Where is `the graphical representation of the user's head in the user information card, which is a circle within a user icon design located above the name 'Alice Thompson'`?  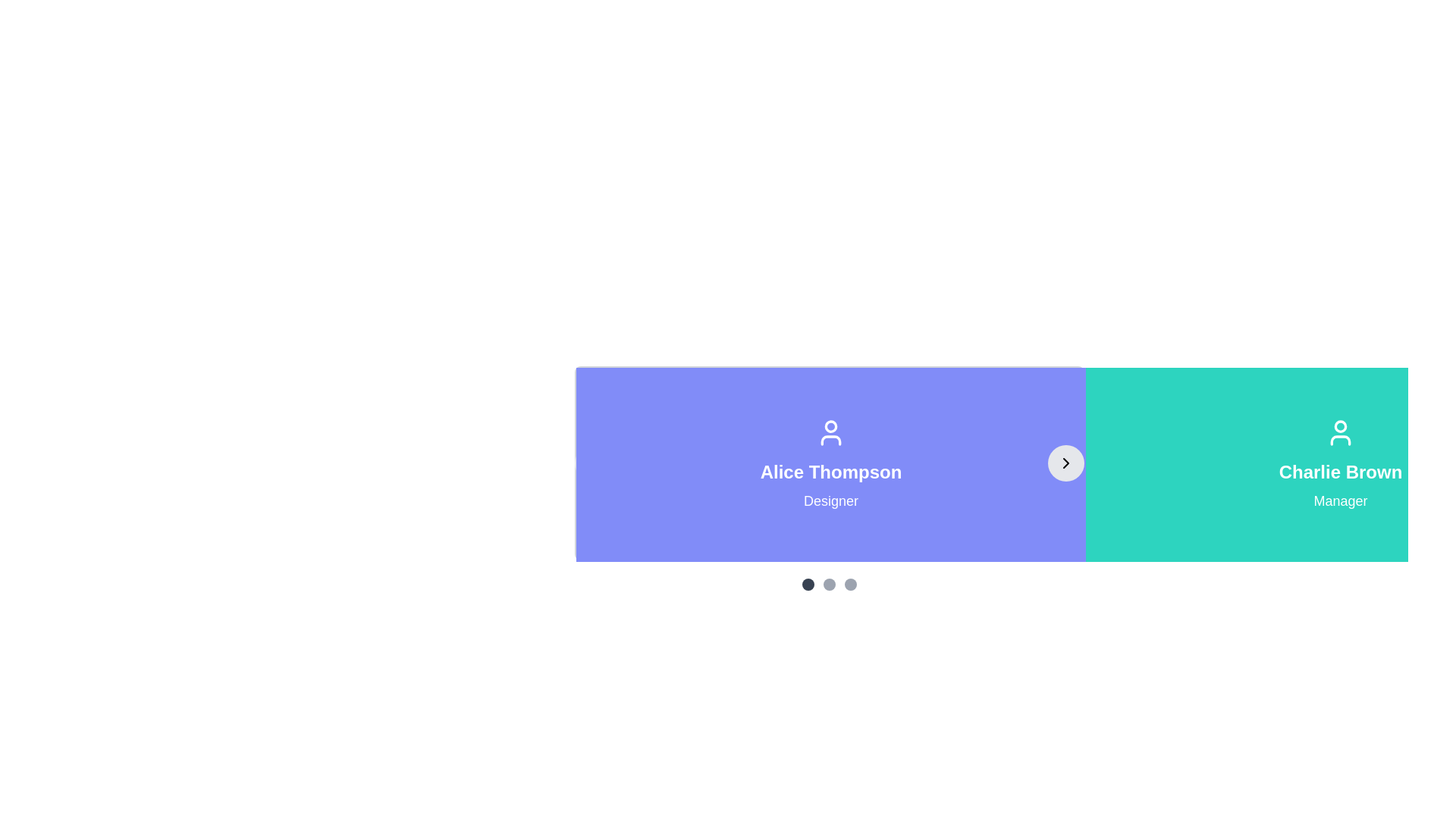 the graphical representation of the user's head in the user information card, which is a circle within a user icon design located above the name 'Alice Thompson' is located at coordinates (830, 426).